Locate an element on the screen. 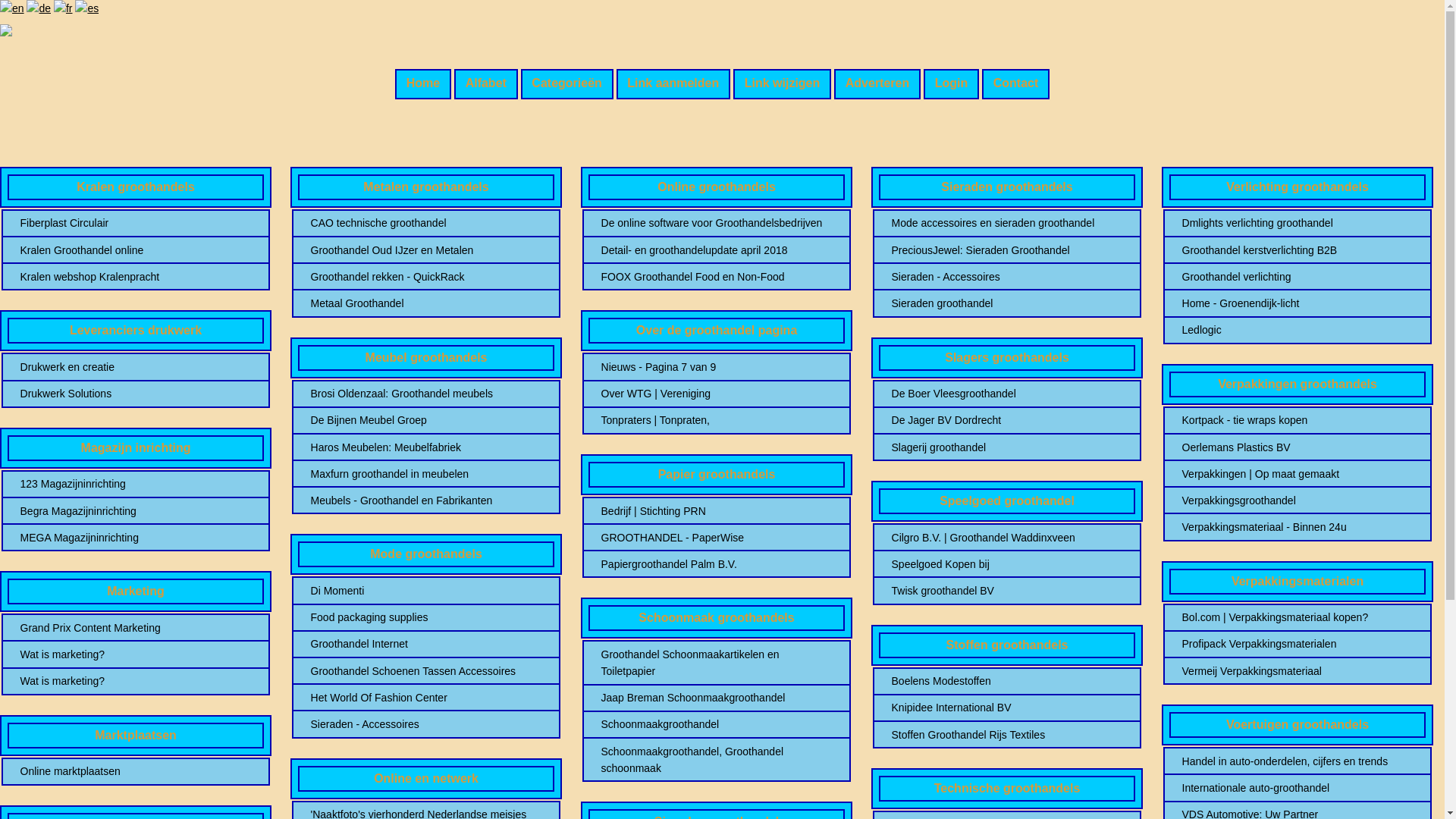 The image size is (1456, 819). 'Maxfurn groothandel in meubelen' is located at coordinates (309, 472).